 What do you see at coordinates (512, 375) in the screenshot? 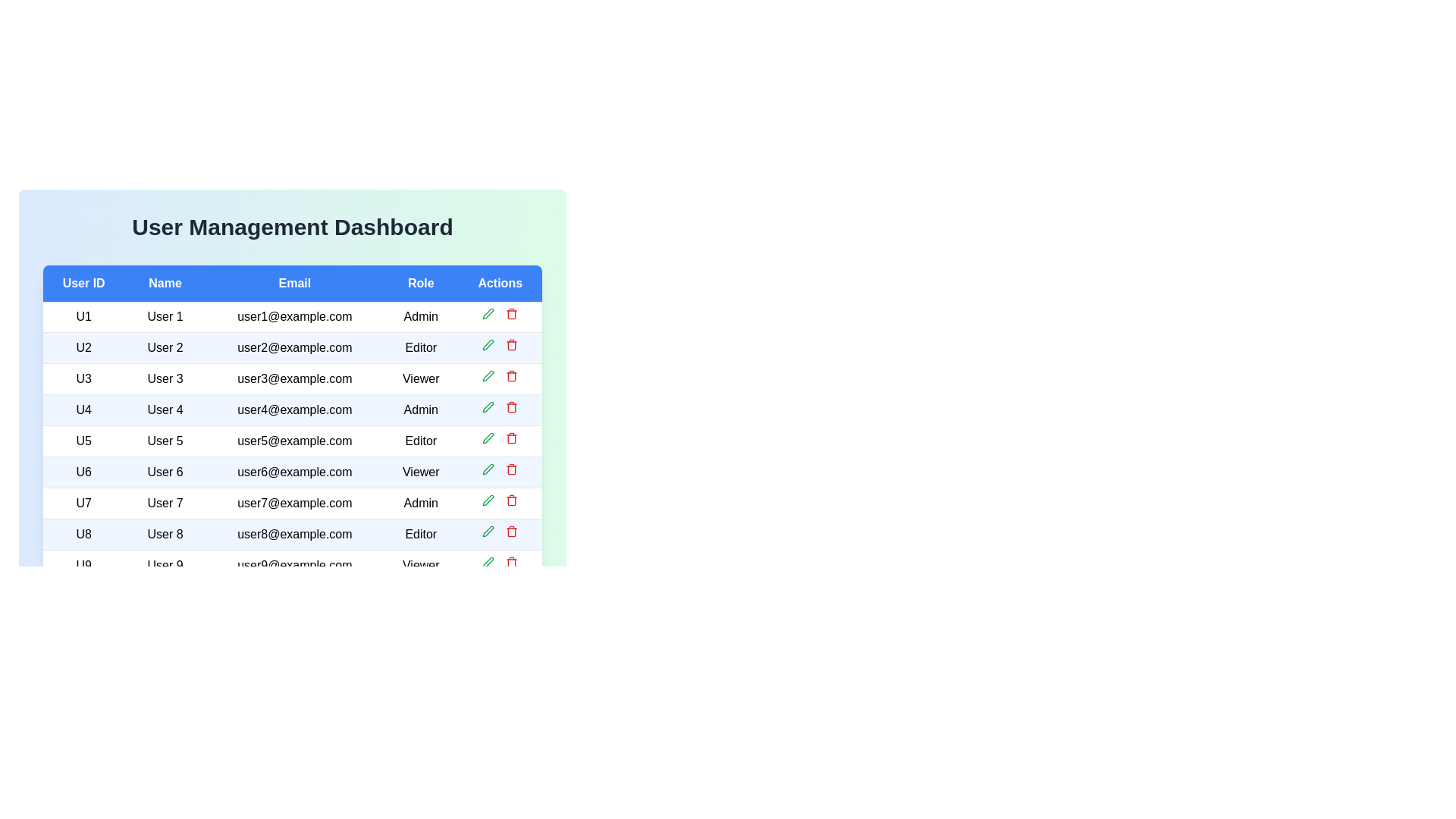
I see `delete button for the user with ID U3` at bounding box center [512, 375].